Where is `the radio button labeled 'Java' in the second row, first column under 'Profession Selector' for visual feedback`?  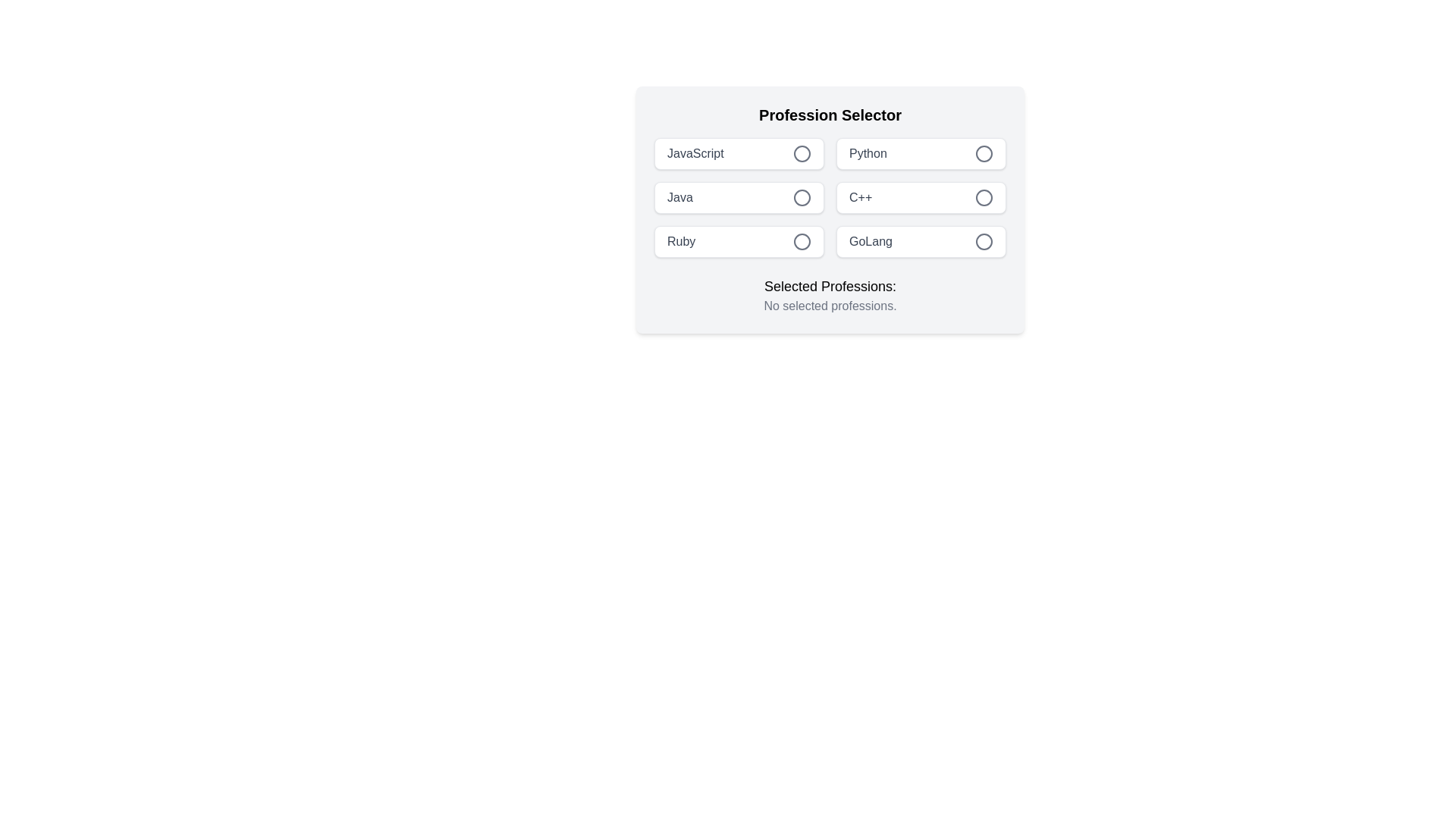
the radio button labeled 'Java' in the second row, first column under 'Profession Selector' for visual feedback is located at coordinates (801, 197).